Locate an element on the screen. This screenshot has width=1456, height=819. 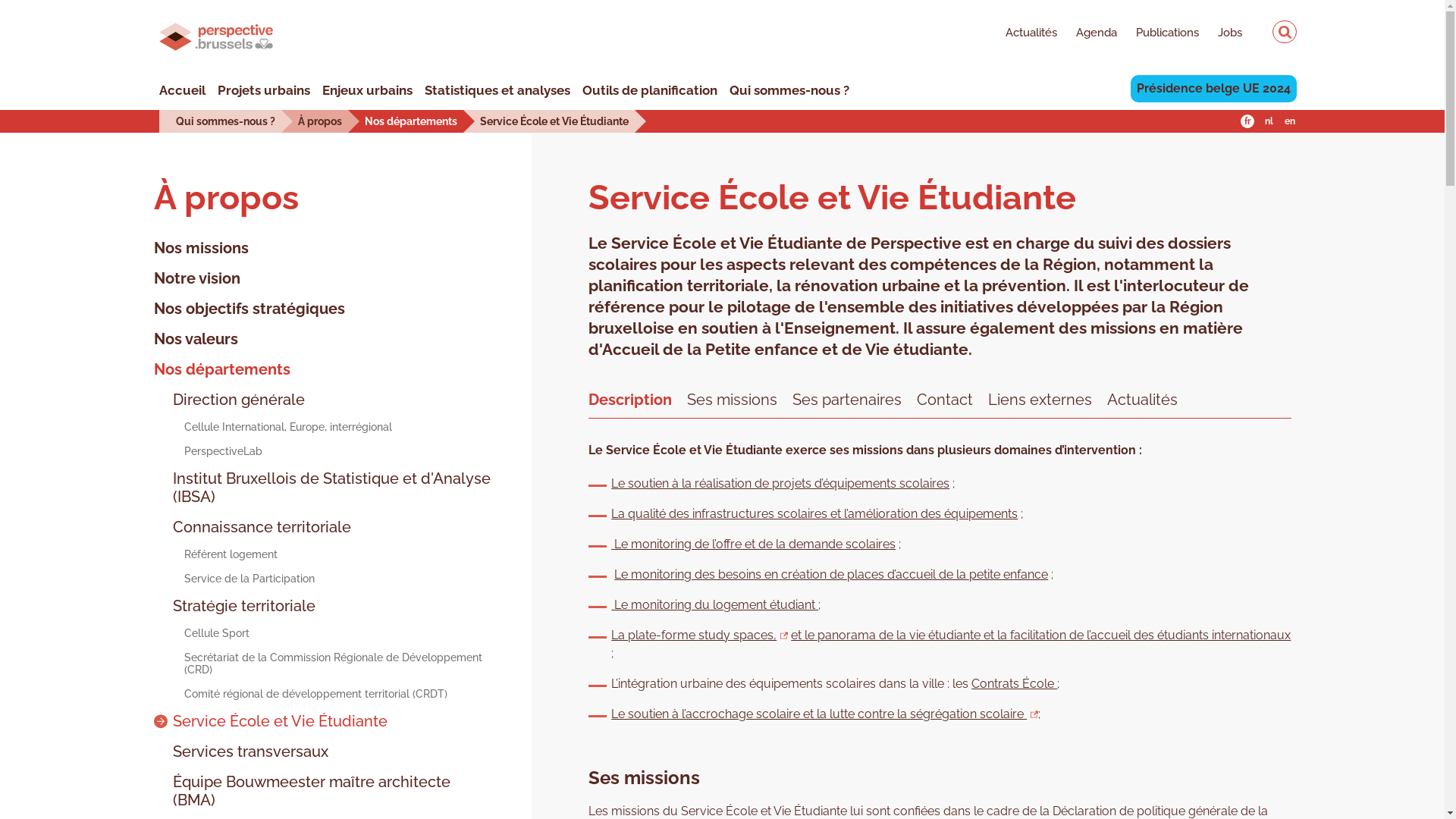
'Qui sommes-nous ?' is located at coordinates (224, 119).